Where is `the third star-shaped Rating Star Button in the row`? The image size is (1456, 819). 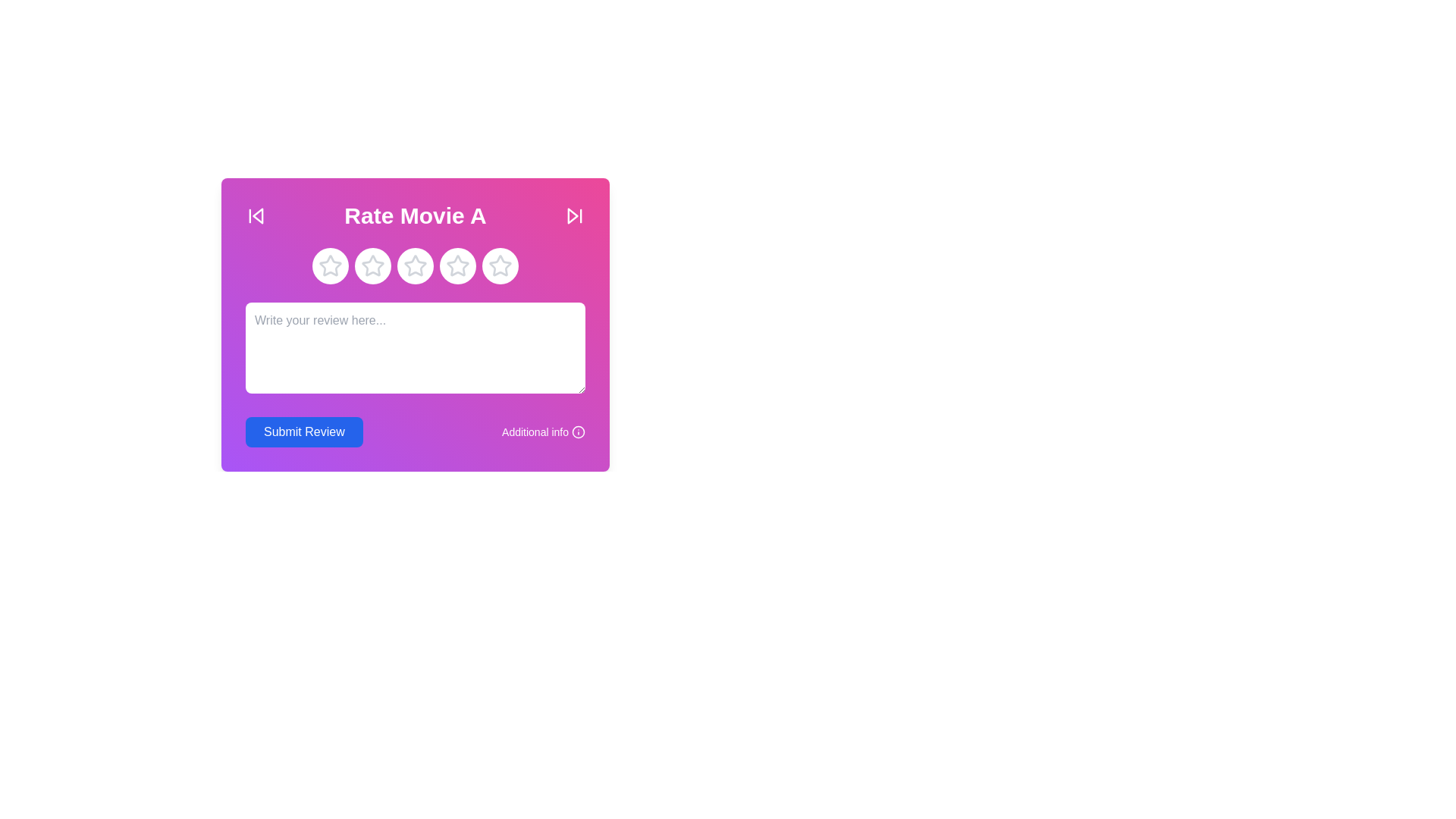
the third star-shaped Rating Star Button in the row is located at coordinates (415, 265).